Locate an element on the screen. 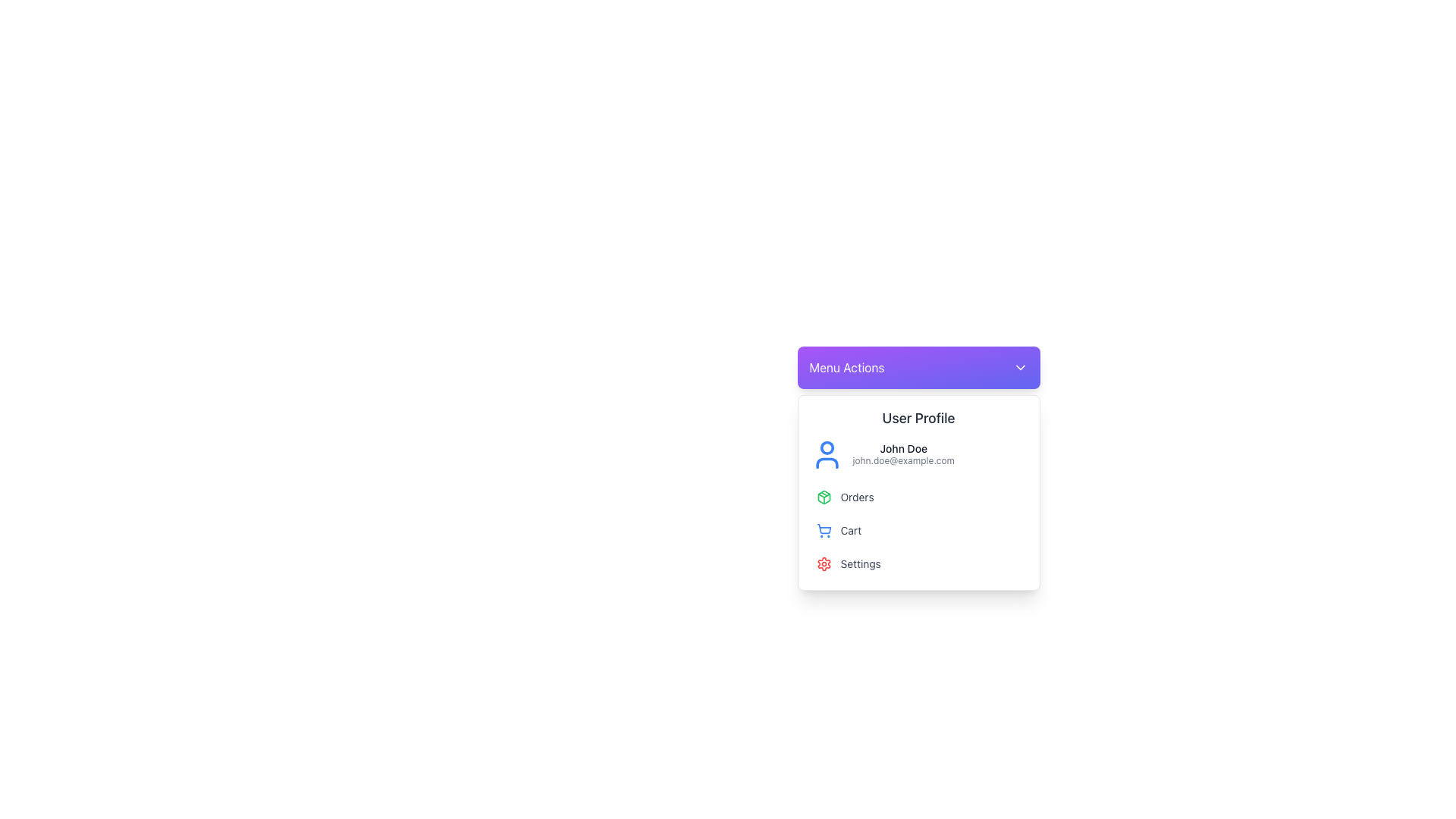 The height and width of the screenshot is (819, 1456). the user profile summary card located within the 'Menu Actions' dropdown is located at coordinates (918, 493).